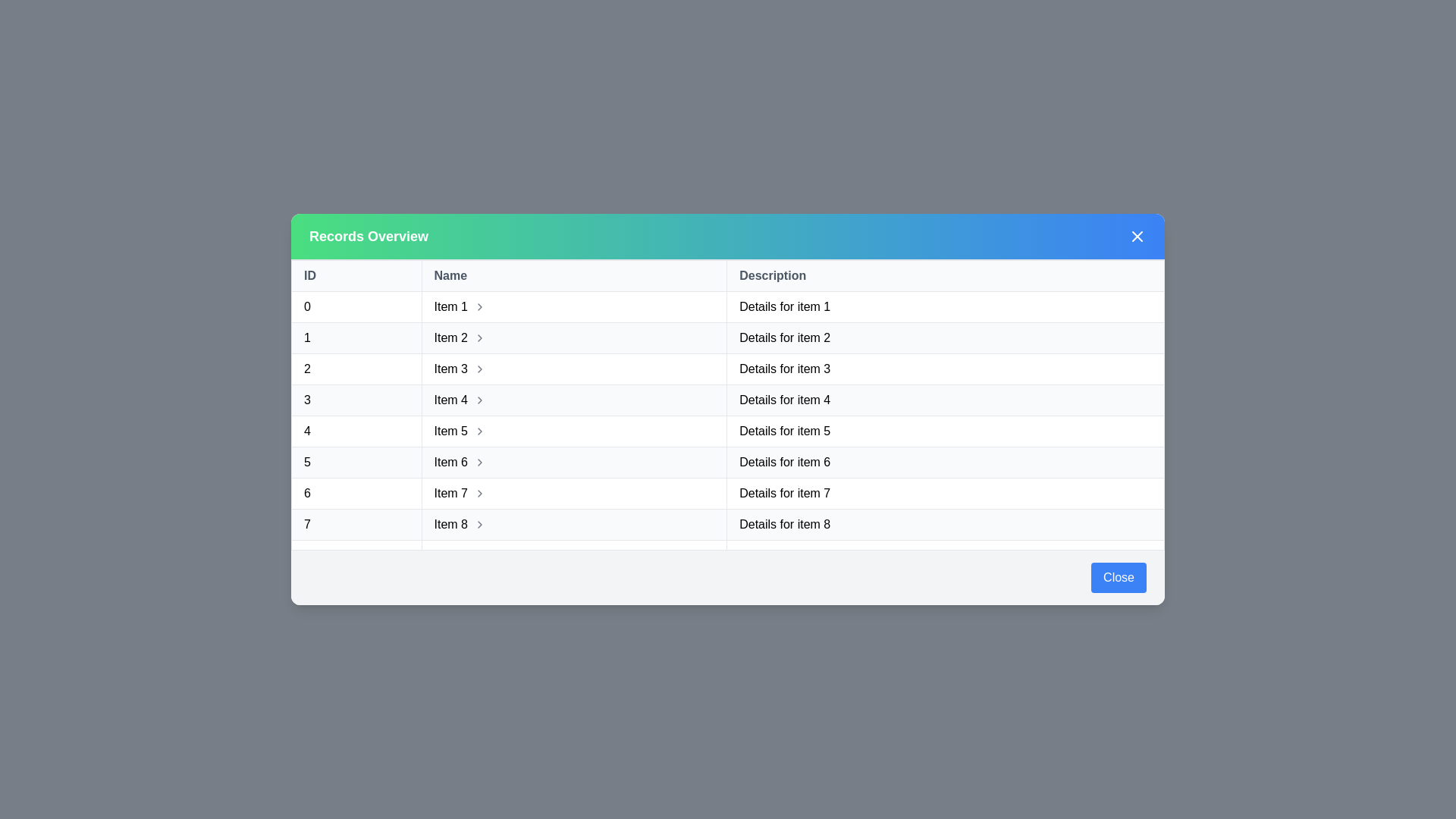 This screenshot has width=1456, height=819. What do you see at coordinates (378, 303) in the screenshot?
I see `the text of the specified table cell to select it for copying` at bounding box center [378, 303].